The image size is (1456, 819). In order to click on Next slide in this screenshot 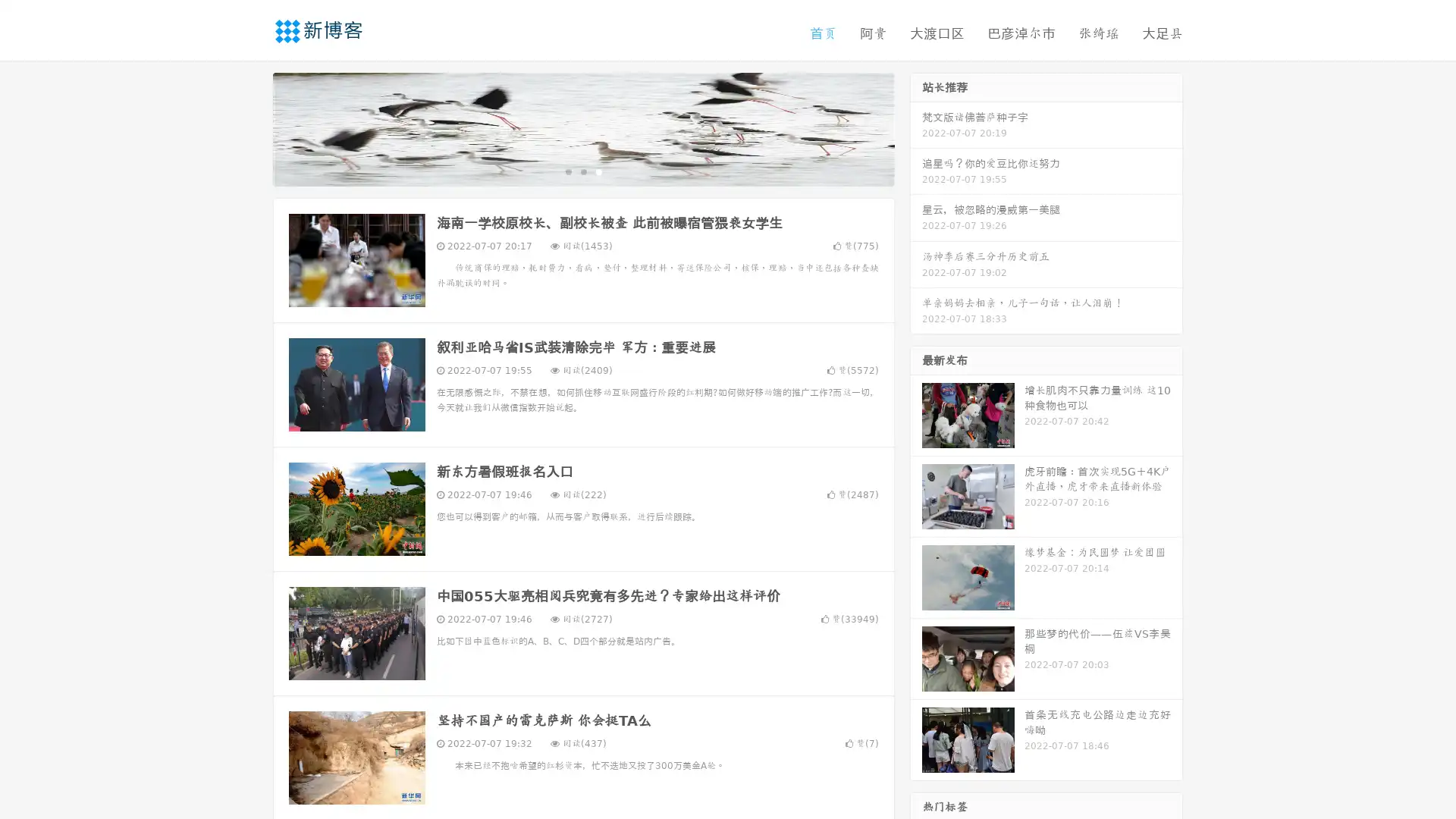, I will do `click(916, 127)`.